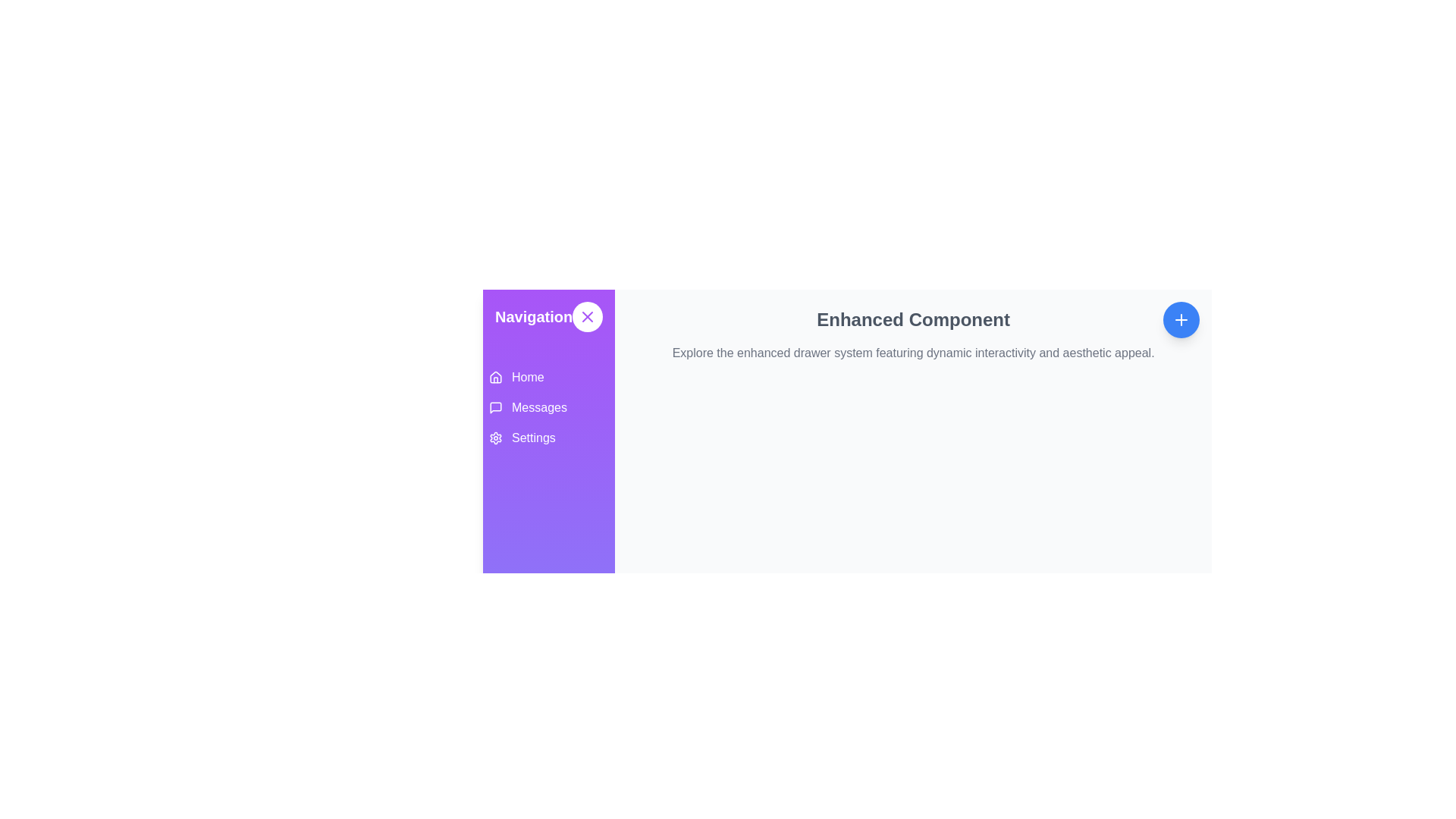 Image resolution: width=1456 pixels, height=819 pixels. I want to click on the blue circular button located at the top-right corner of the view, so click(1181, 318).